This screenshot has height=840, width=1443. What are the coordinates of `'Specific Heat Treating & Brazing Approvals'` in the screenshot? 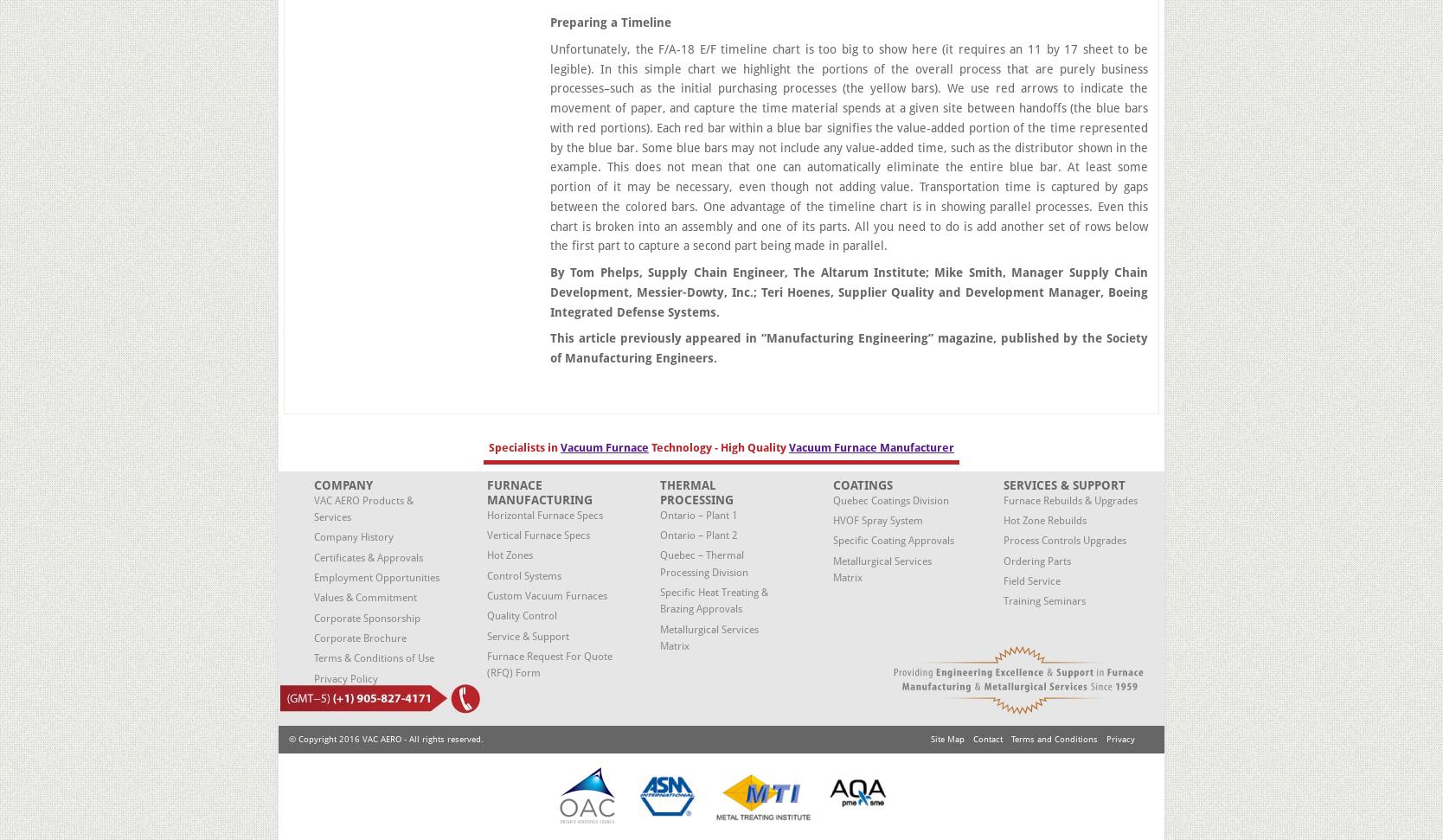 It's located at (713, 600).